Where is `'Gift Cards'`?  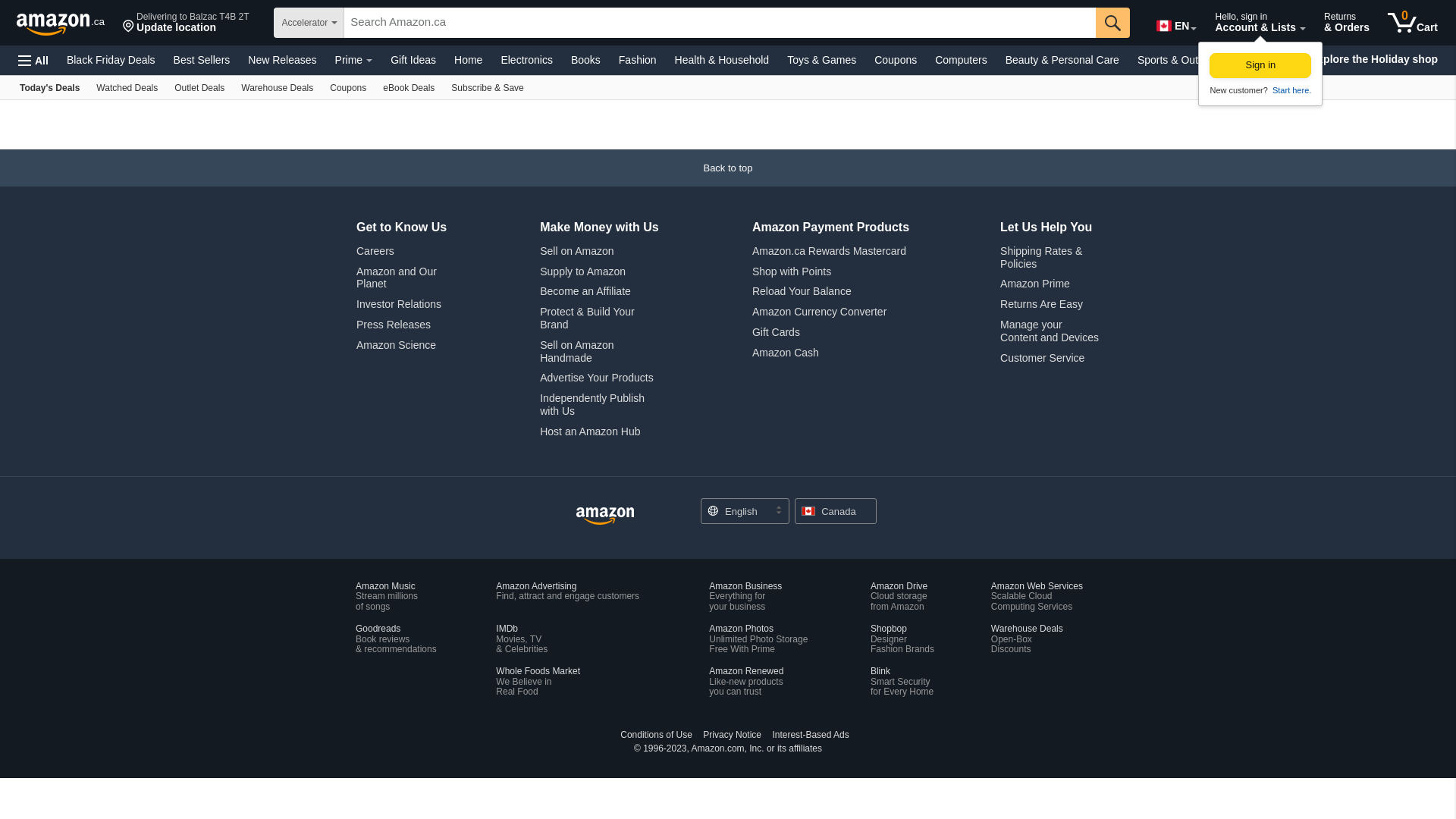 'Gift Cards' is located at coordinates (776, 331).